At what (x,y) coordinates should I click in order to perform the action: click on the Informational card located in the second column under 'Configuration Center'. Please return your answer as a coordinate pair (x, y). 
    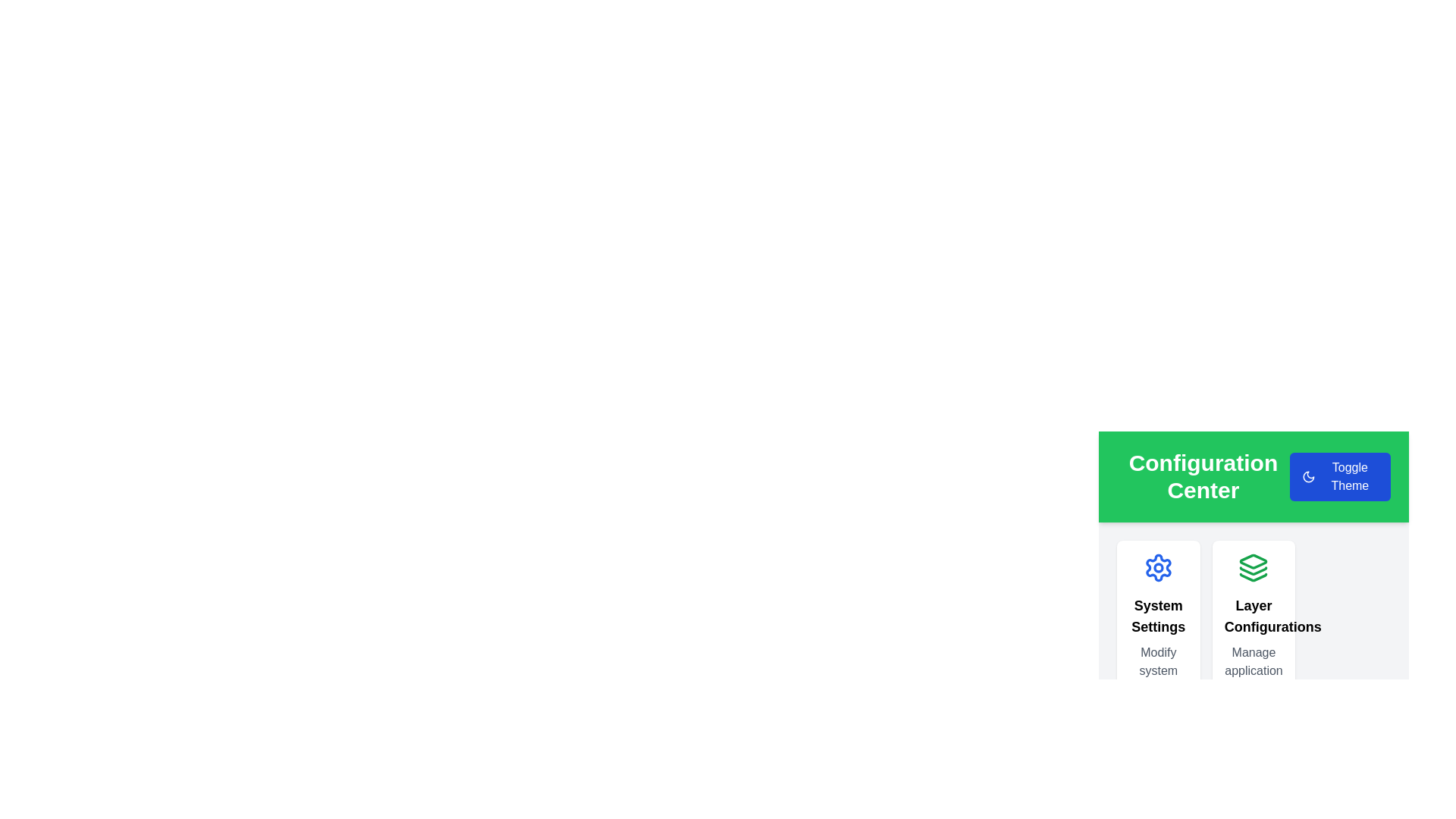
    Looking at the image, I should click on (1254, 643).